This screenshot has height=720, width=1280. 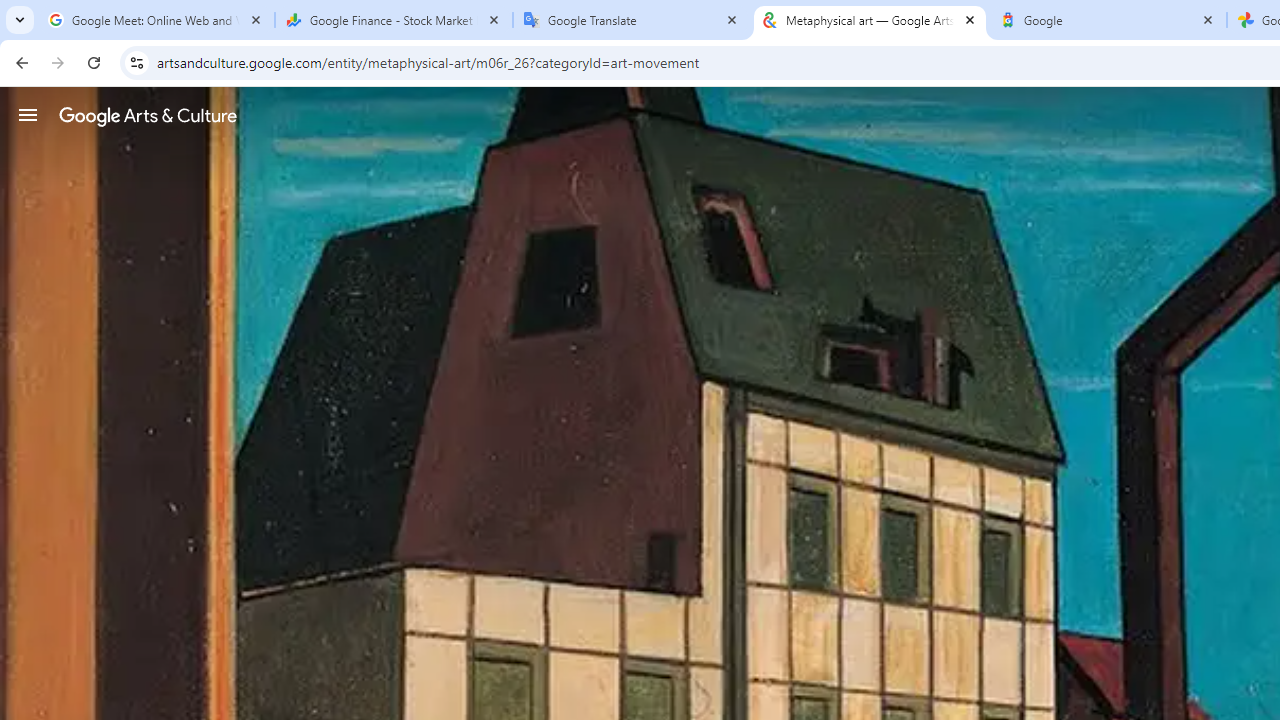 What do you see at coordinates (28, 114) in the screenshot?
I see `'Menu'` at bounding box center [28, 114].